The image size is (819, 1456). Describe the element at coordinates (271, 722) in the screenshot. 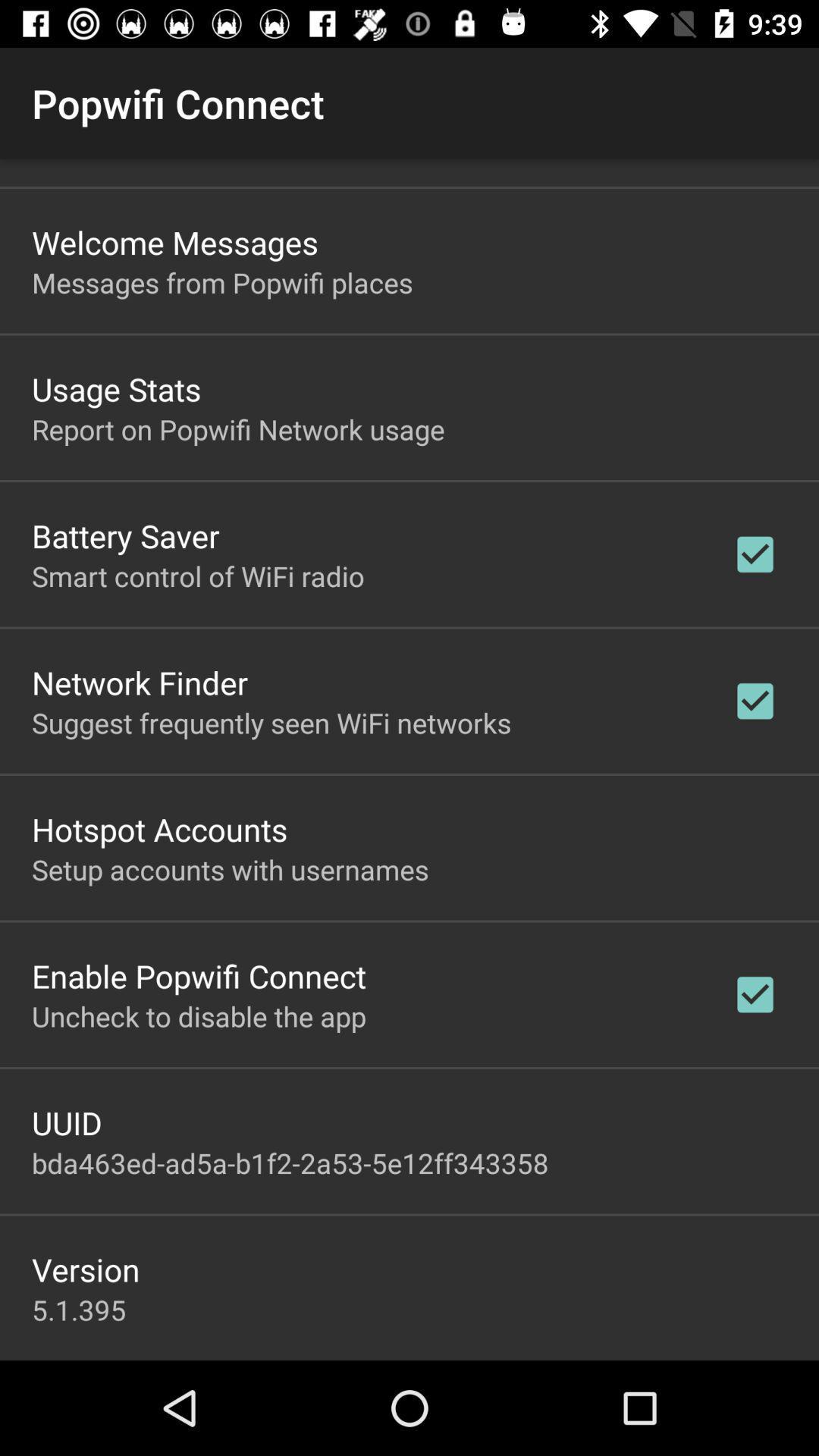

I see `the suggest frequently seen app` at that location.